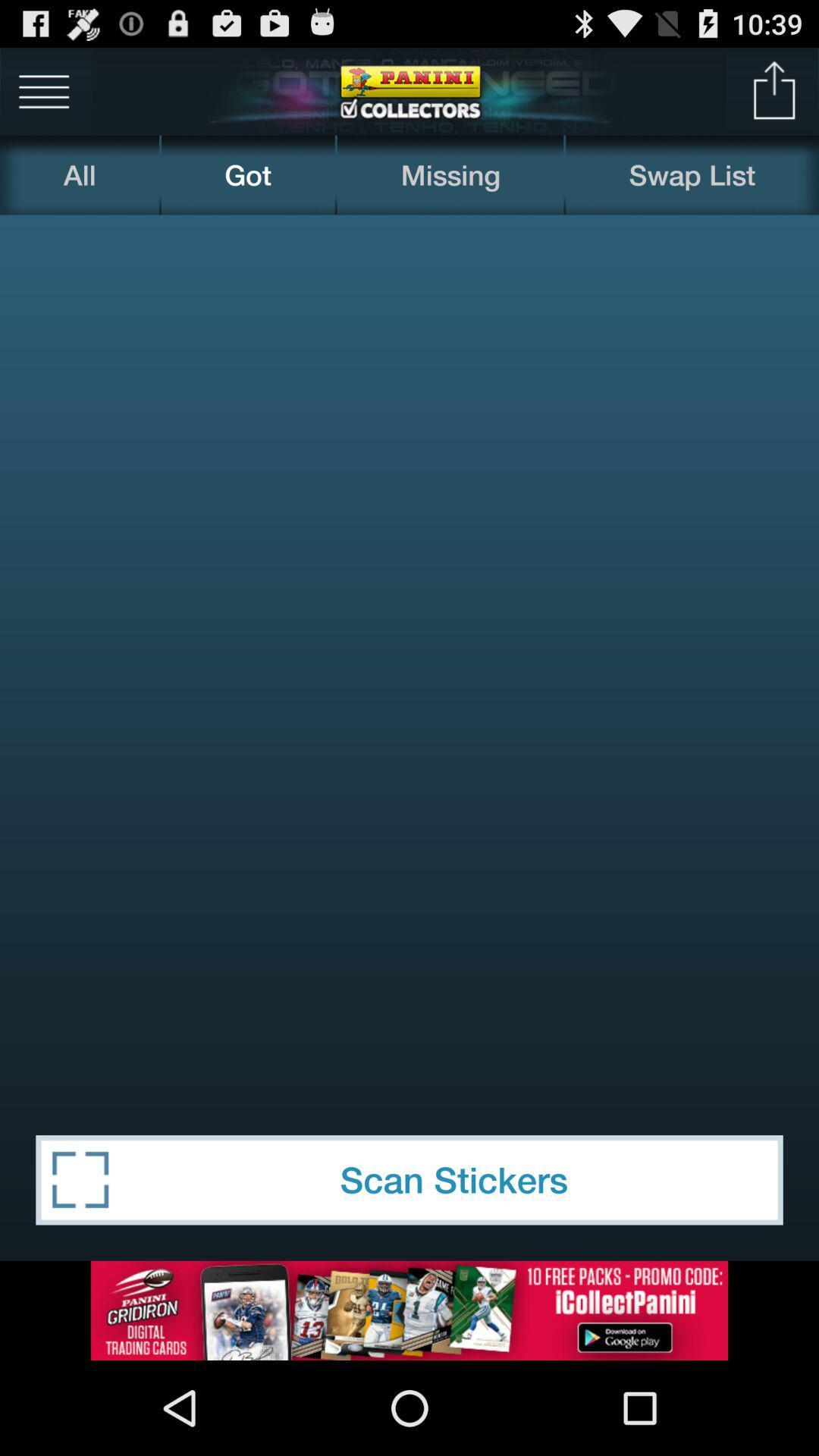 The height and width of the screenshot is (1456, 819). I want to click on the swap list item, so click(692, 174).